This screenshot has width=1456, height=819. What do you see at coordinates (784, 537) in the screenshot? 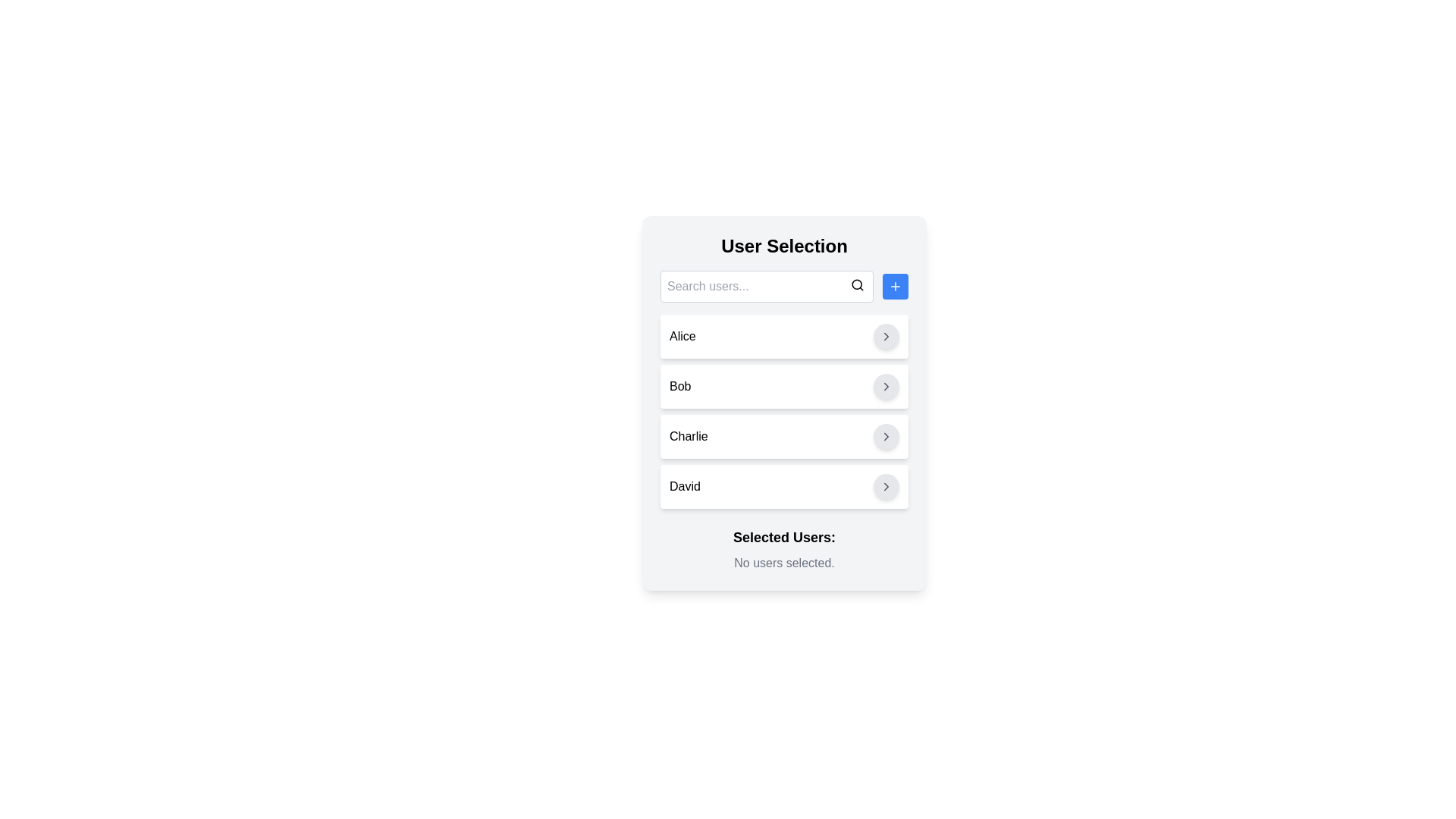
I see `the static text label or heading that reads 'Selected Users:', which is styled distinctly as a heading and positioned above the text 'No users selected.'` at bounding box center [784, 537].